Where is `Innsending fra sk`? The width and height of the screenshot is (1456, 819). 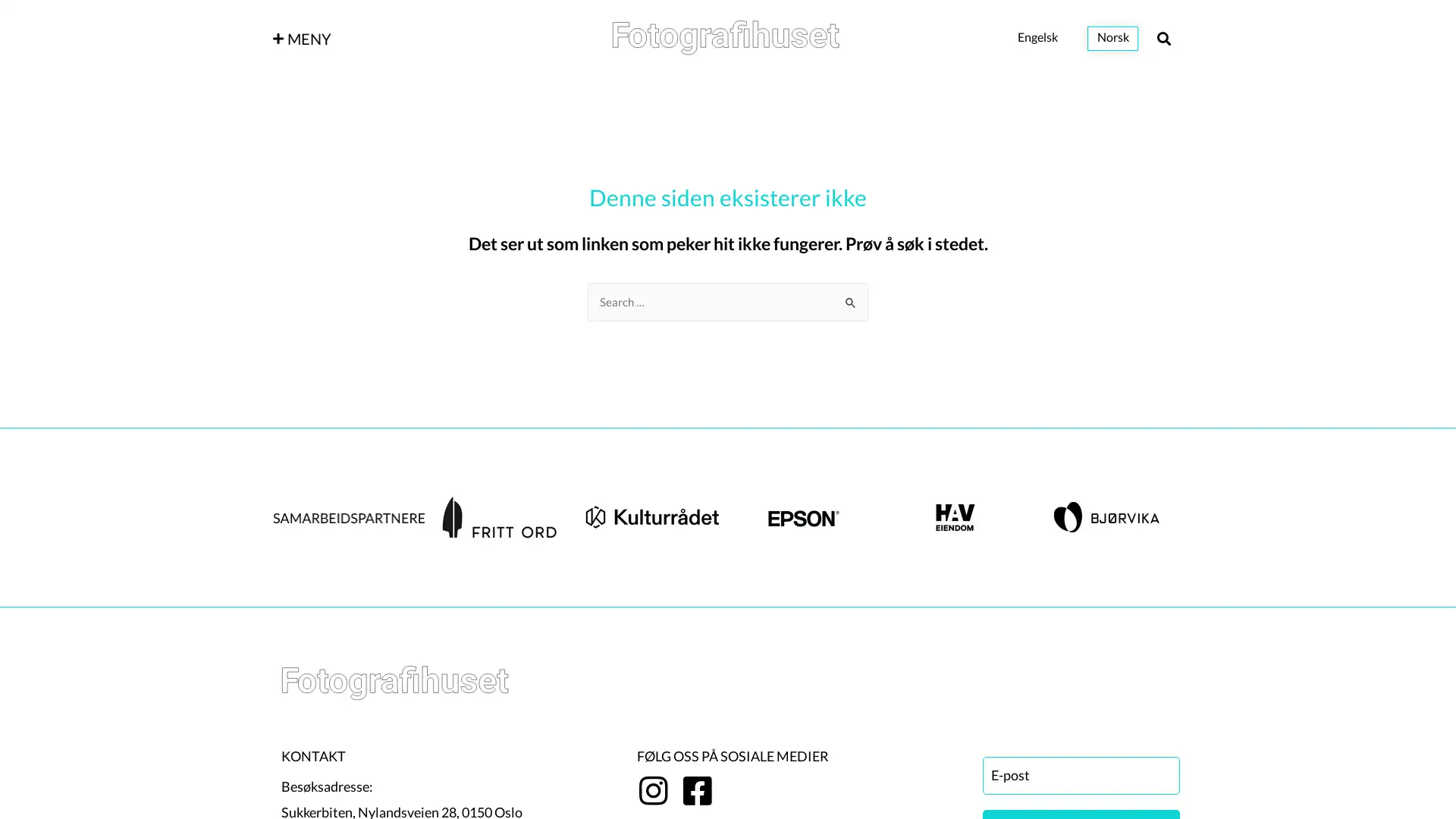
Innsending fra sk is located at coordinates (851, 302).